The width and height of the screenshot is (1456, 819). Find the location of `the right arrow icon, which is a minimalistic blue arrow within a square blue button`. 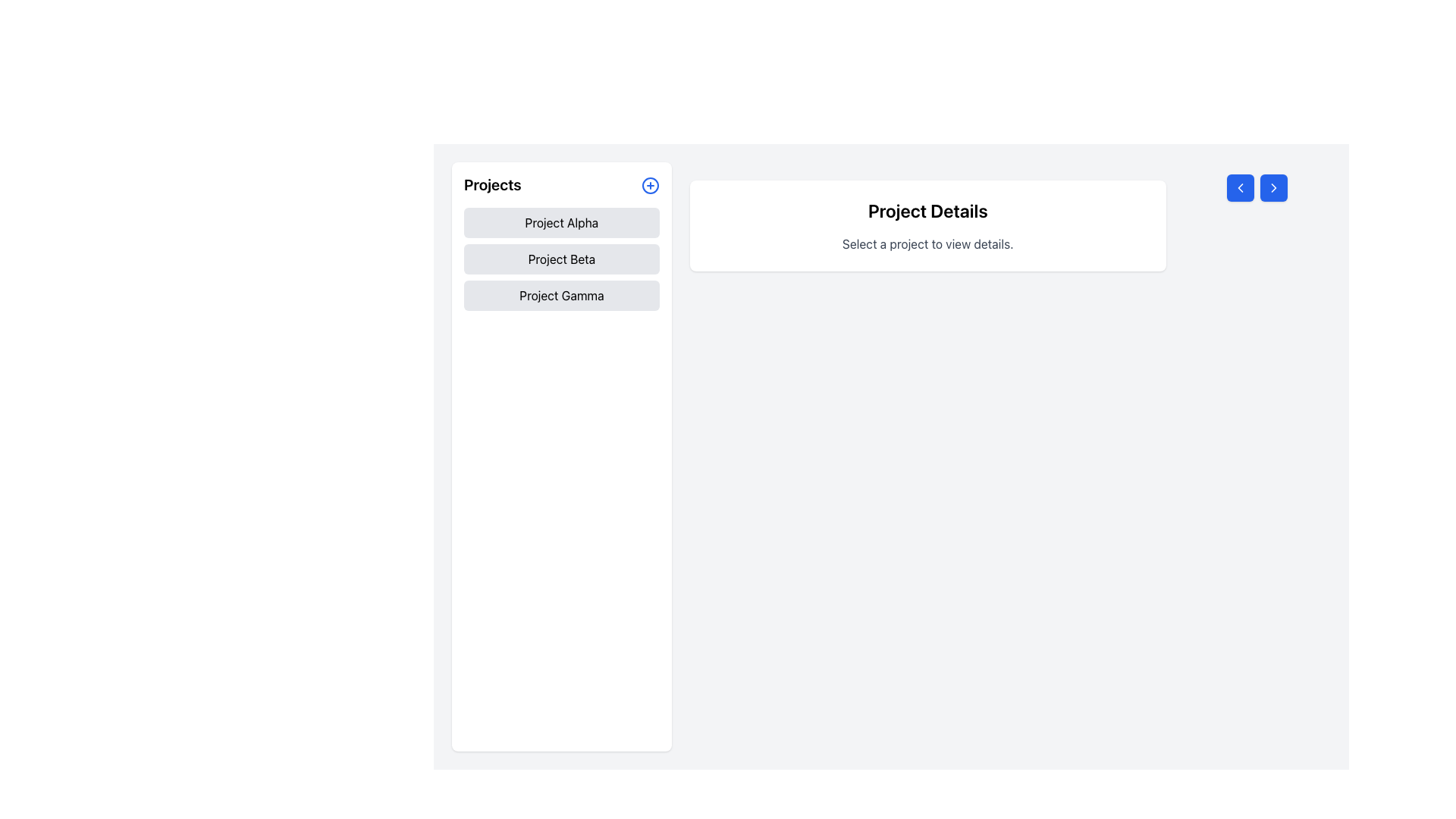

the right arrow icon, which is a minimalistic blue arrow within a square blue button is located at coordinates (1274, 187).